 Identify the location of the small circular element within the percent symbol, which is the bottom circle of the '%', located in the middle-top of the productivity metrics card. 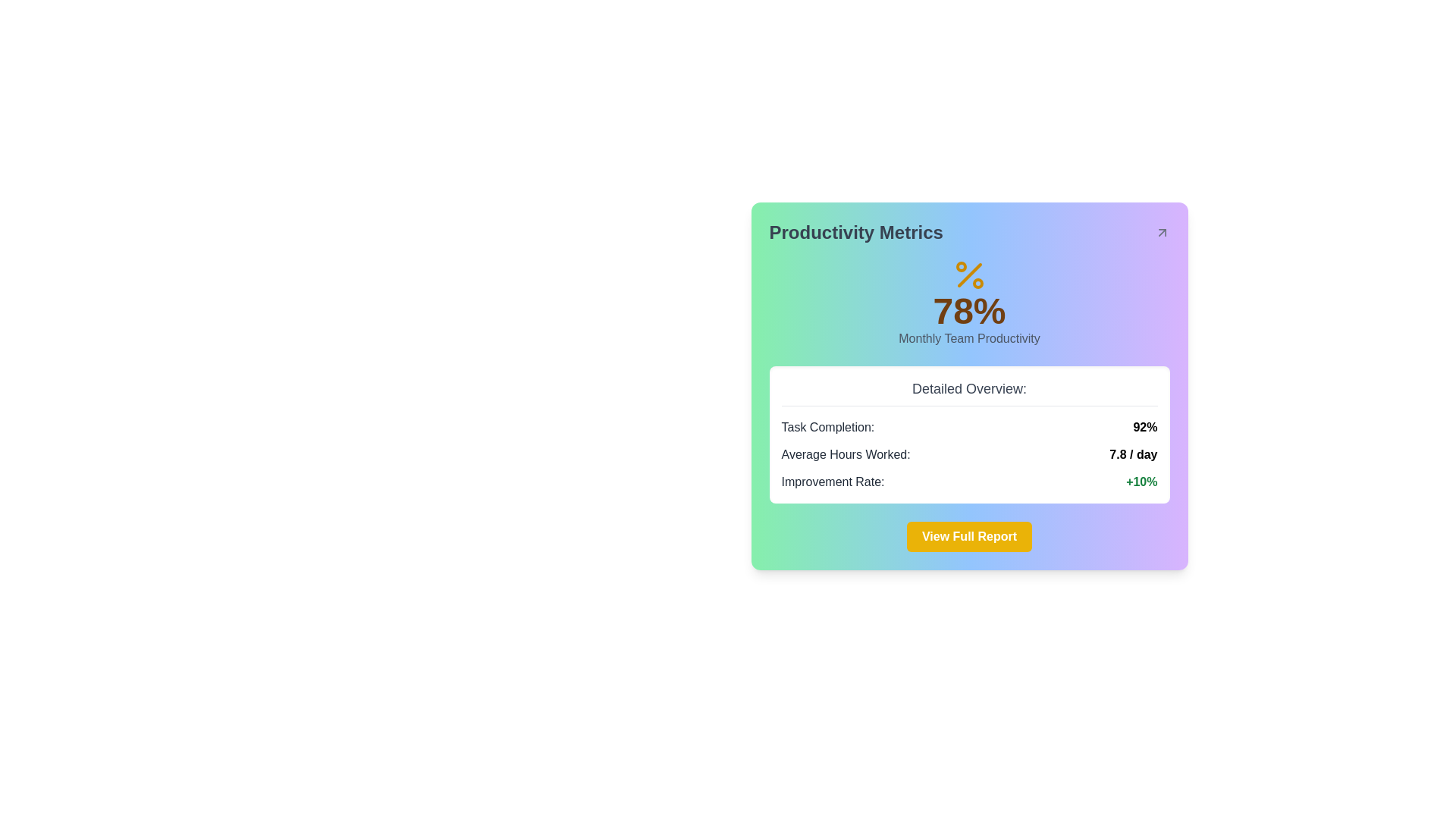
(977, 284).